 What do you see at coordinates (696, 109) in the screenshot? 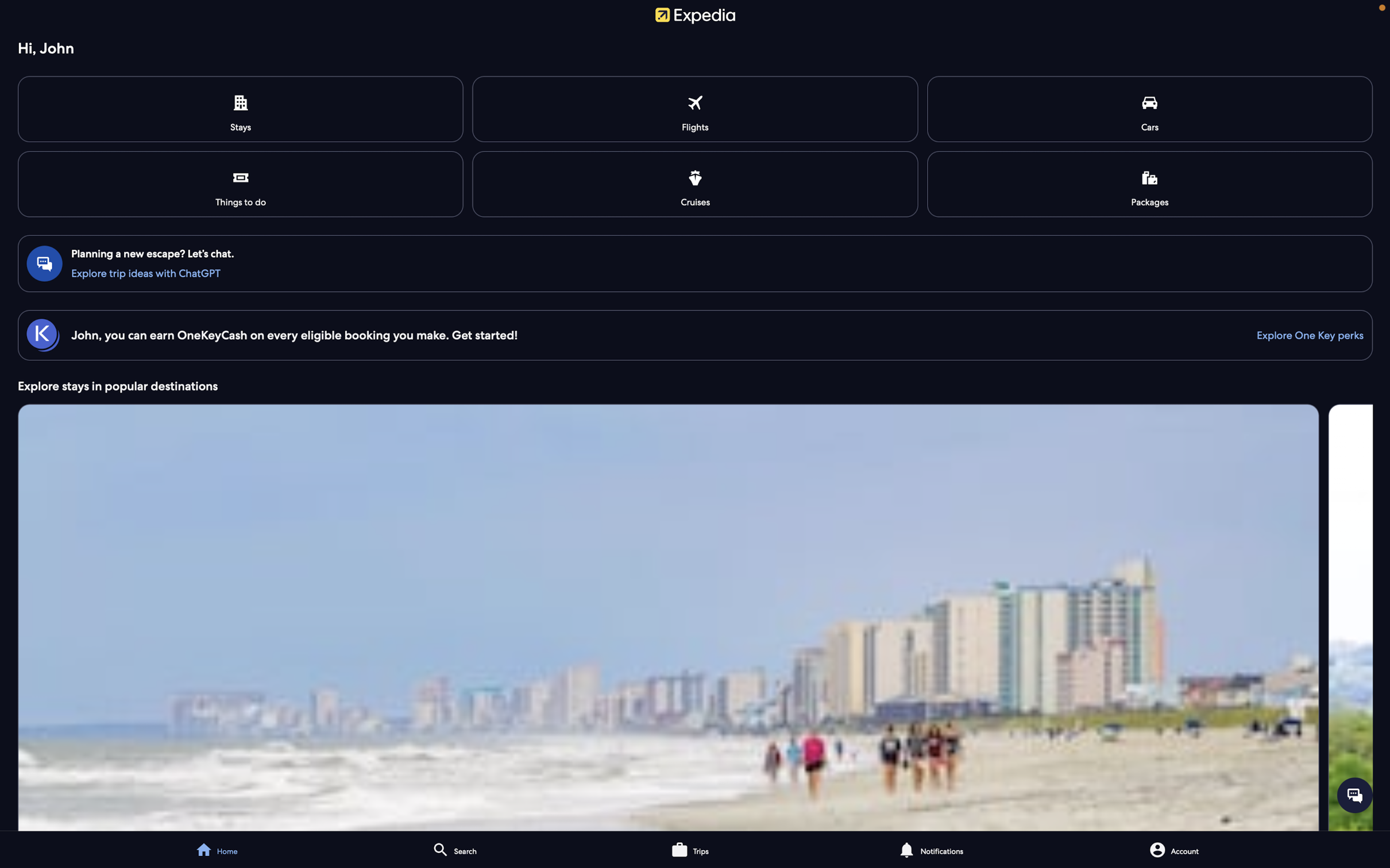
I see `Check the flights` at bounding box center [696, 109].